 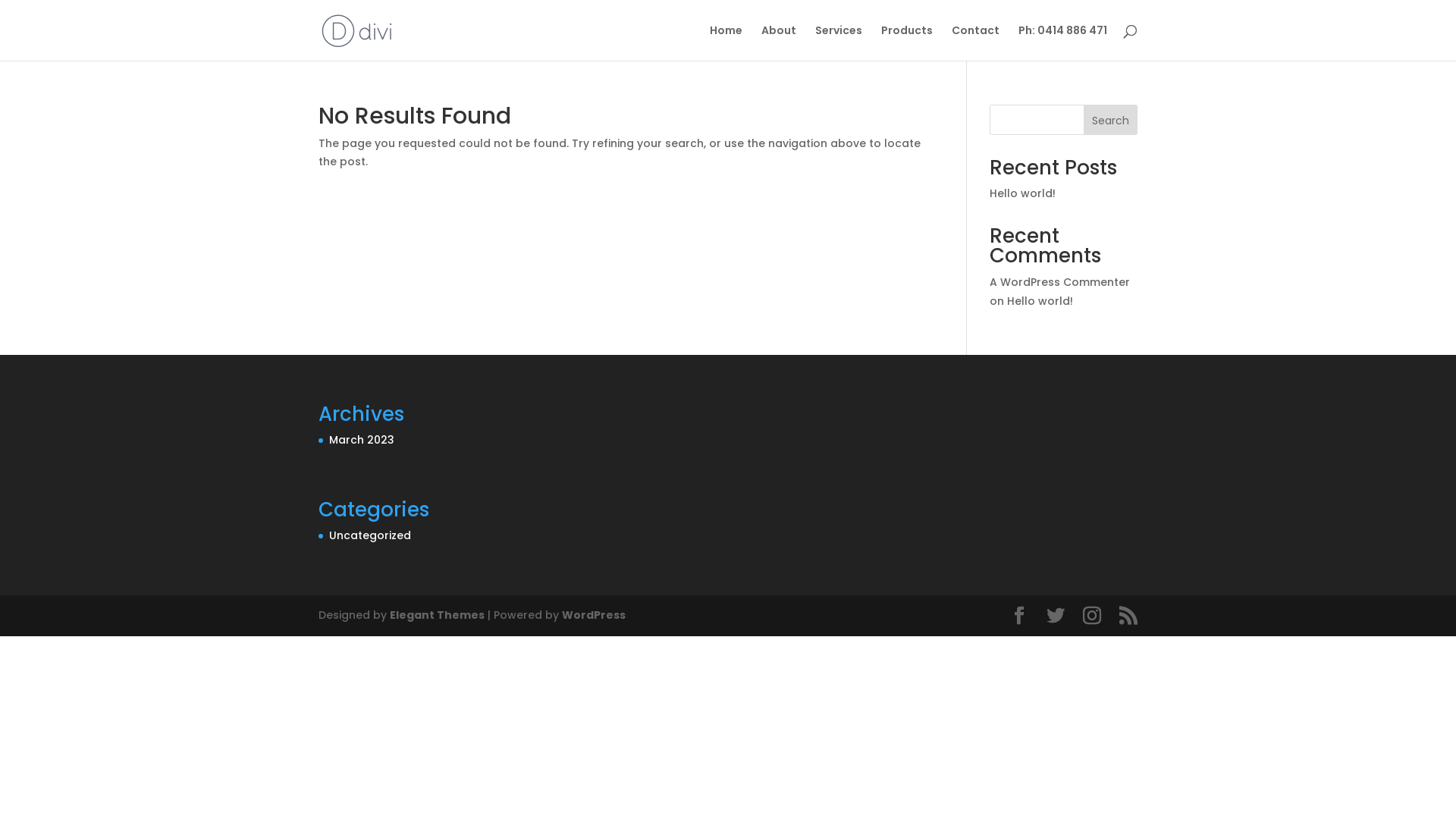 I want to click on 'Services', so click(x=814, y=42).